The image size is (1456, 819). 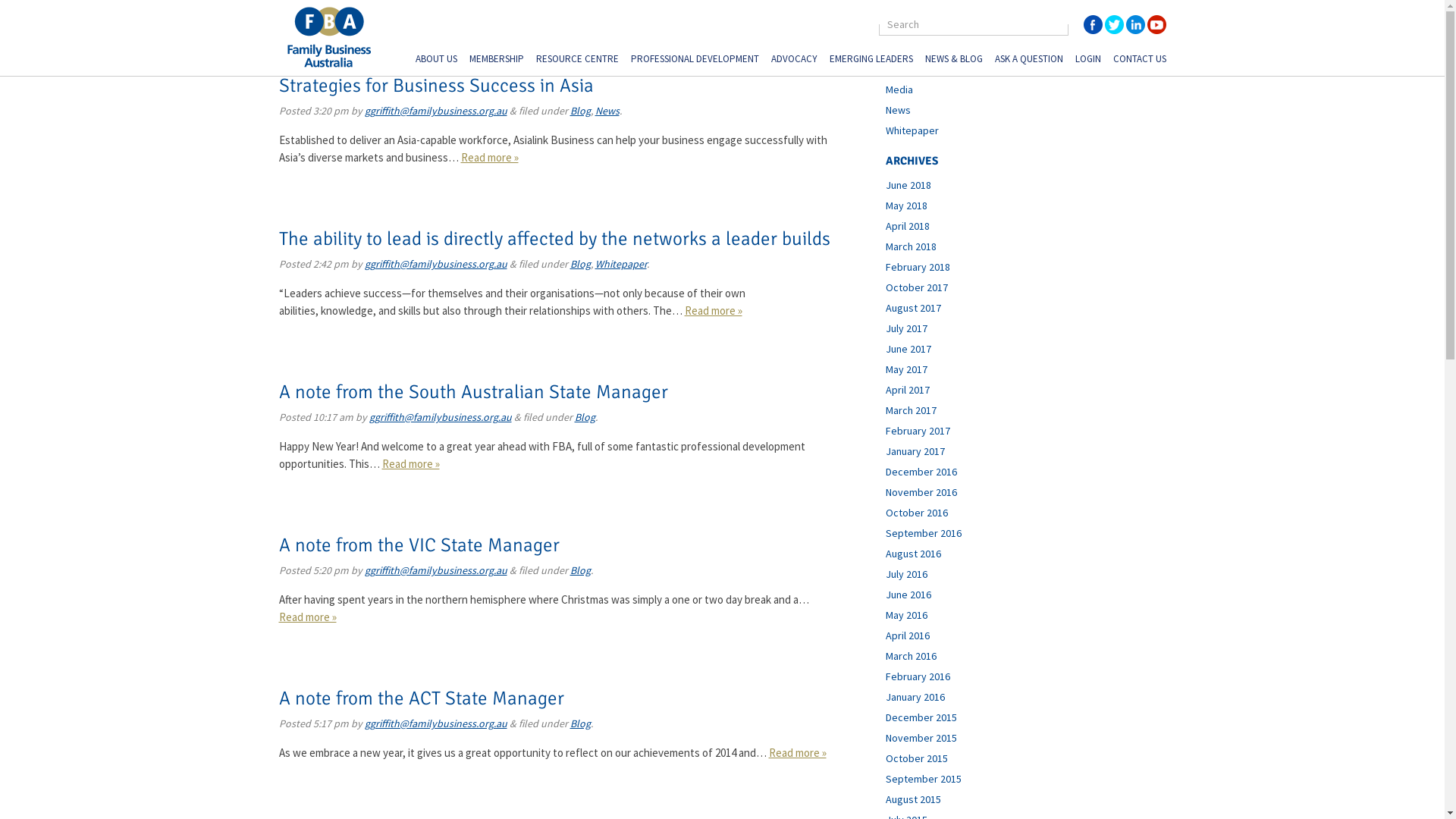 I want to click on 'NEWS & BLOG', so click(x=924, y=60).